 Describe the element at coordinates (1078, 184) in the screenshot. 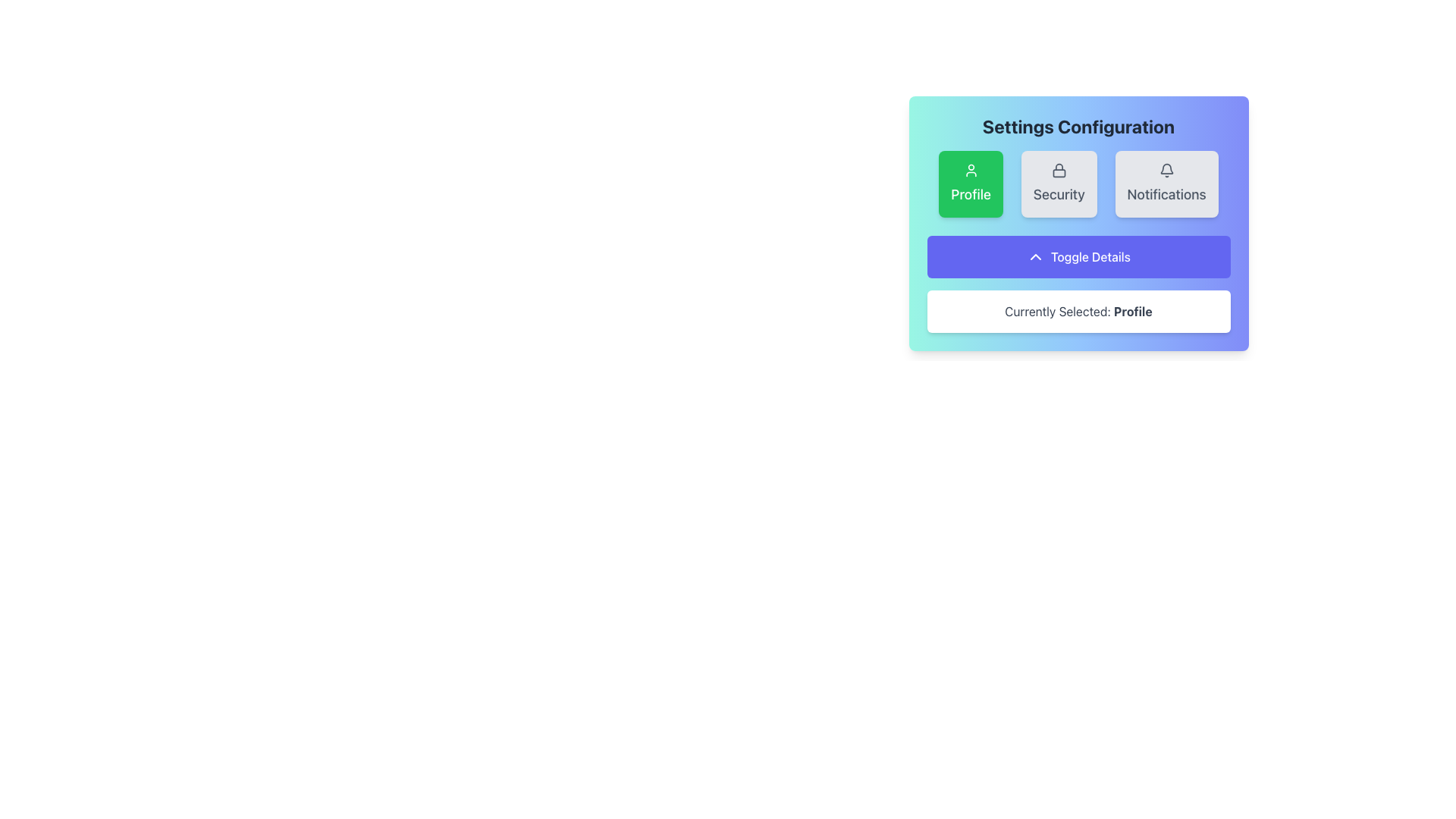

I see `the Security settings button located in the central position of the horizontal menu between 'Profile' and 'Notifications' to trigger the visual hover effect` at that location.